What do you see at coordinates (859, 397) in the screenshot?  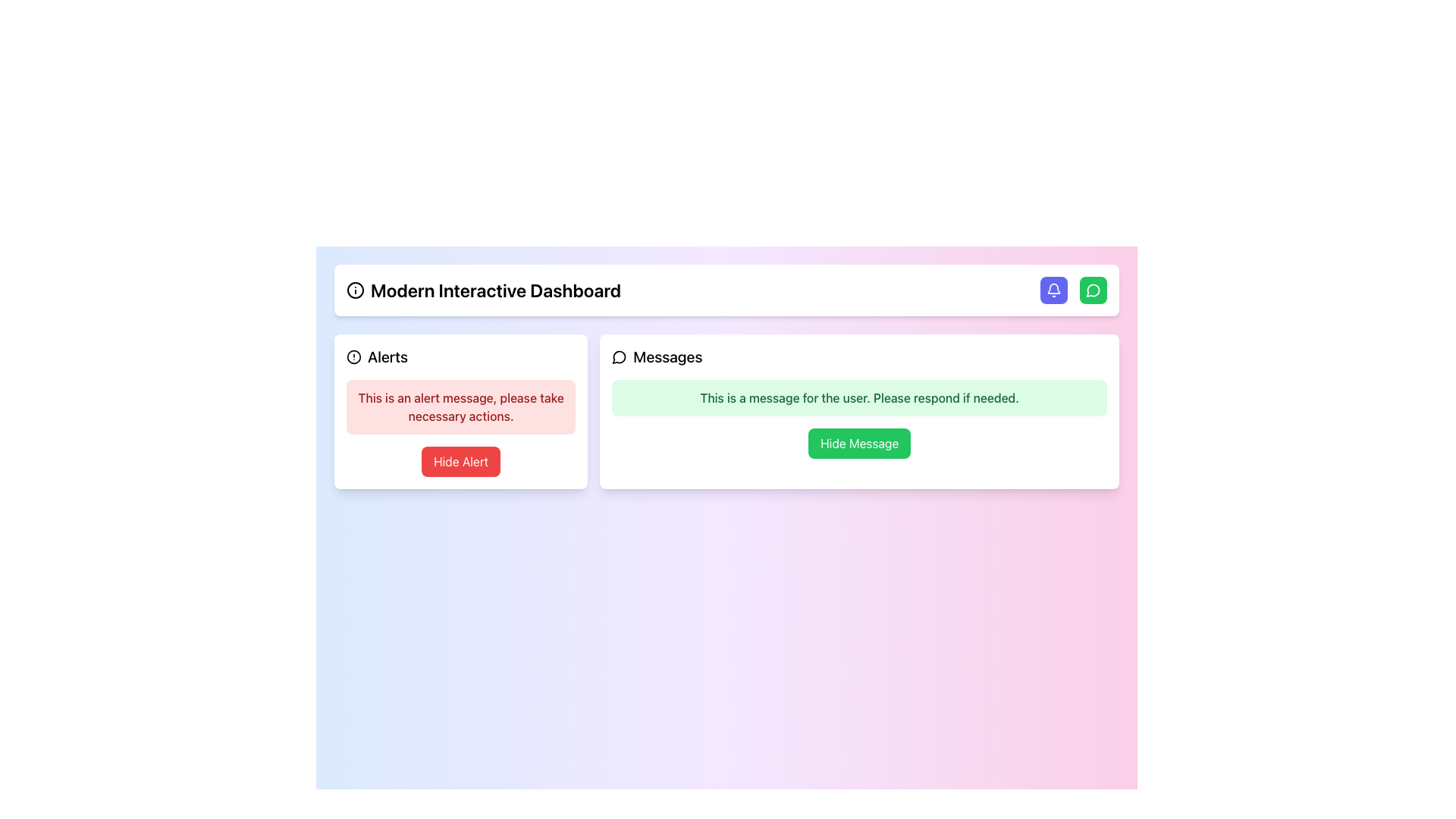 I see `the Informational Notification Banner with a light green background and the message 'This is a message for the user. Please respond if needed.'` at bounding box center [859, 397].